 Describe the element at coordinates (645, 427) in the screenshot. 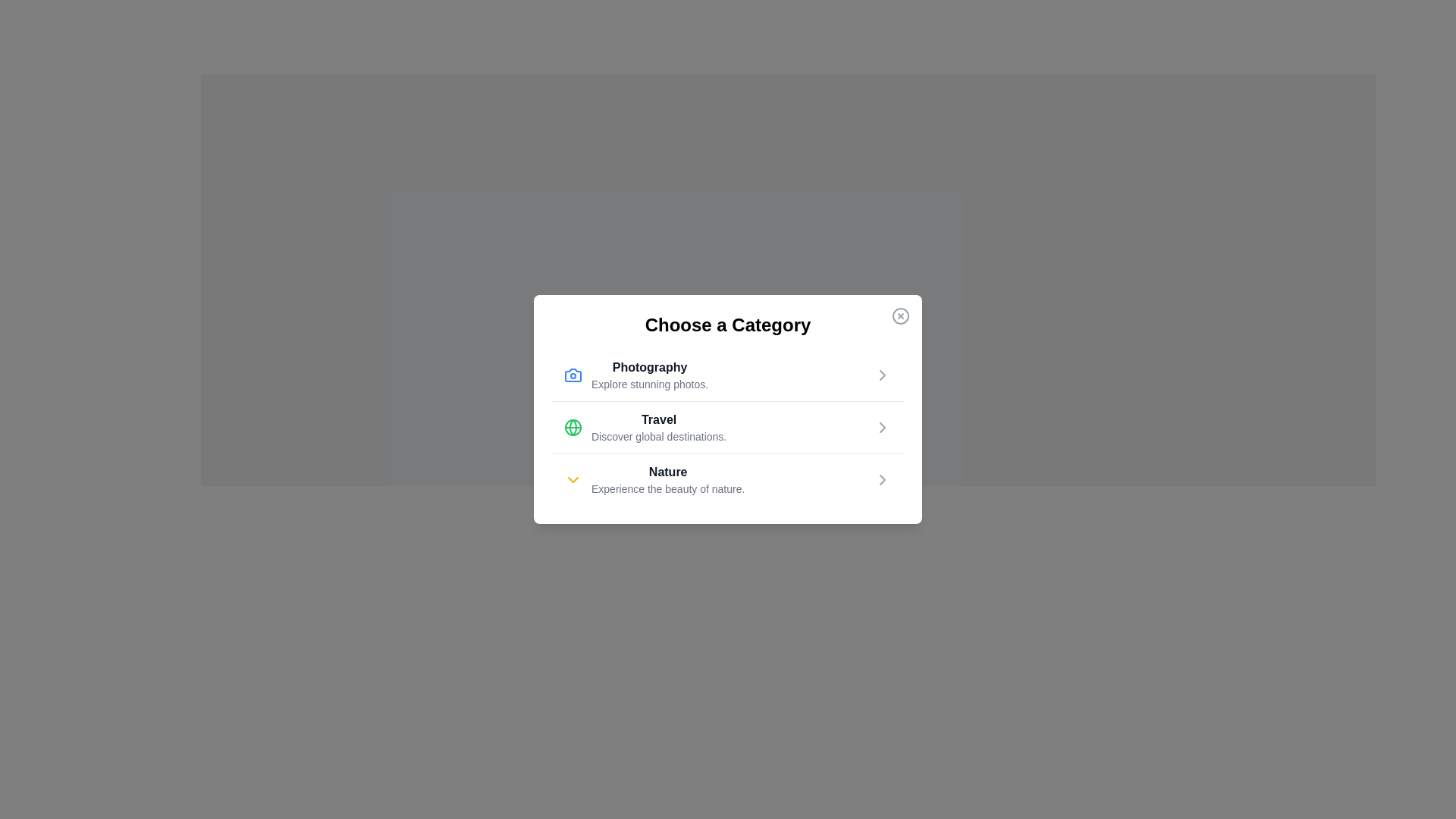

I see `the list item with a green globe icon and the text 'Travel'` at that location.